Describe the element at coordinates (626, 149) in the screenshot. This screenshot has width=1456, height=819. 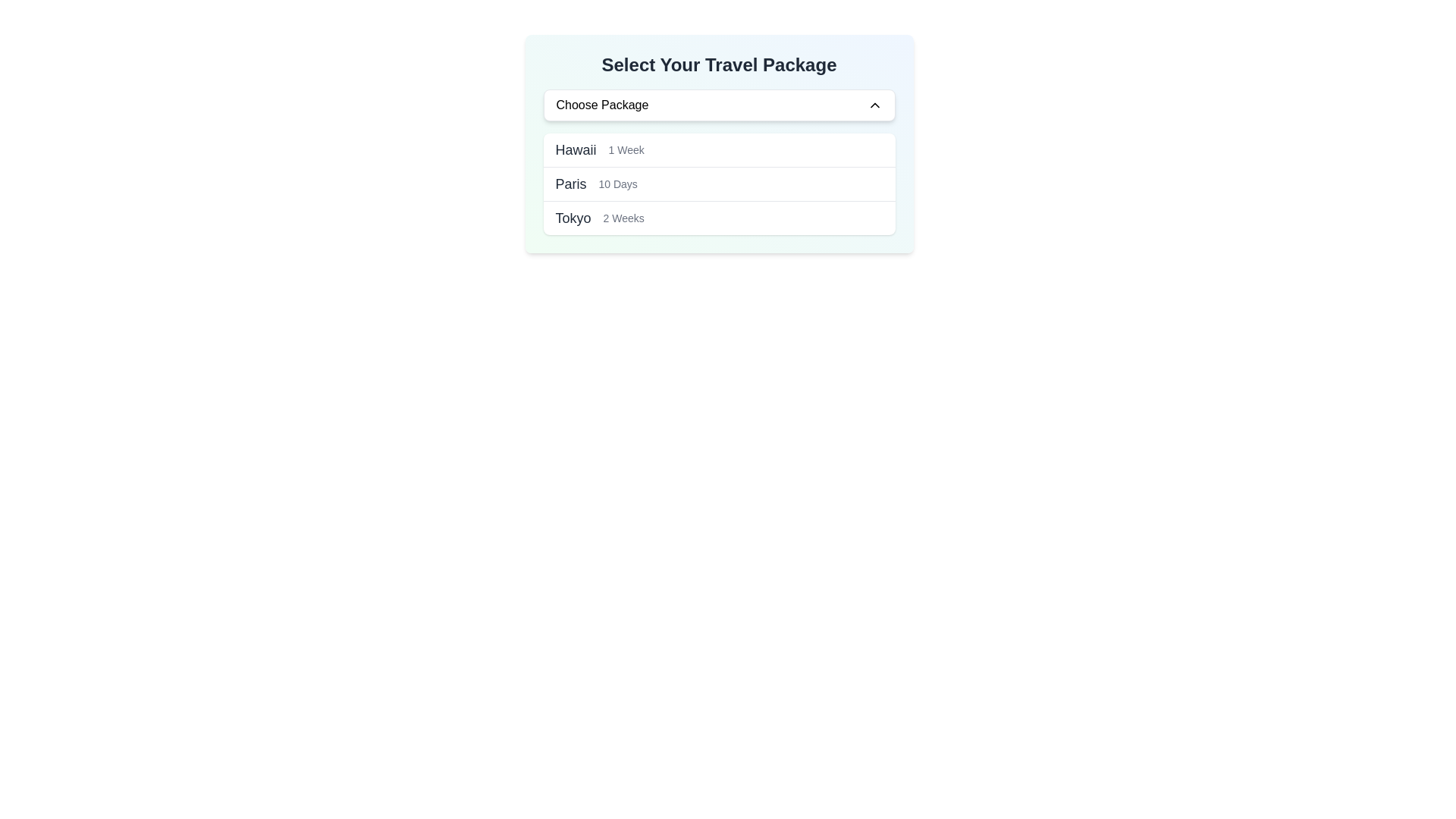
I see `the Text Label displaying '1 Week', which is located to the right of 'Hawaii' in the dropdown menu titled 'Select Your Travel Package'` at that location.